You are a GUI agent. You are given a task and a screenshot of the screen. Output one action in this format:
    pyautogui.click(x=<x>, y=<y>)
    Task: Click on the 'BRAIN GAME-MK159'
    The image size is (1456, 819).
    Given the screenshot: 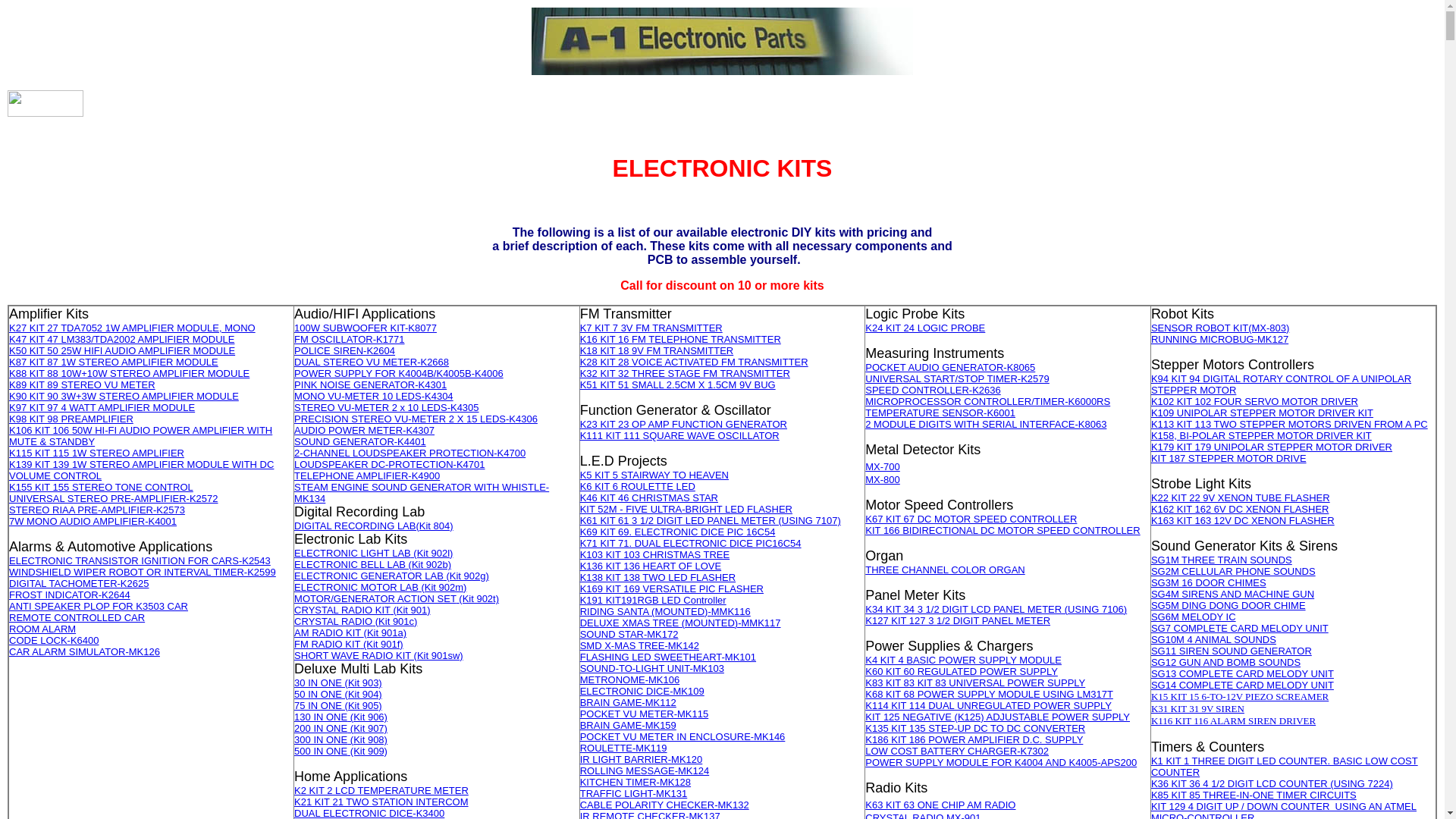 What is the action you would take?
    pyautogui.click(x=628, y=724)
    